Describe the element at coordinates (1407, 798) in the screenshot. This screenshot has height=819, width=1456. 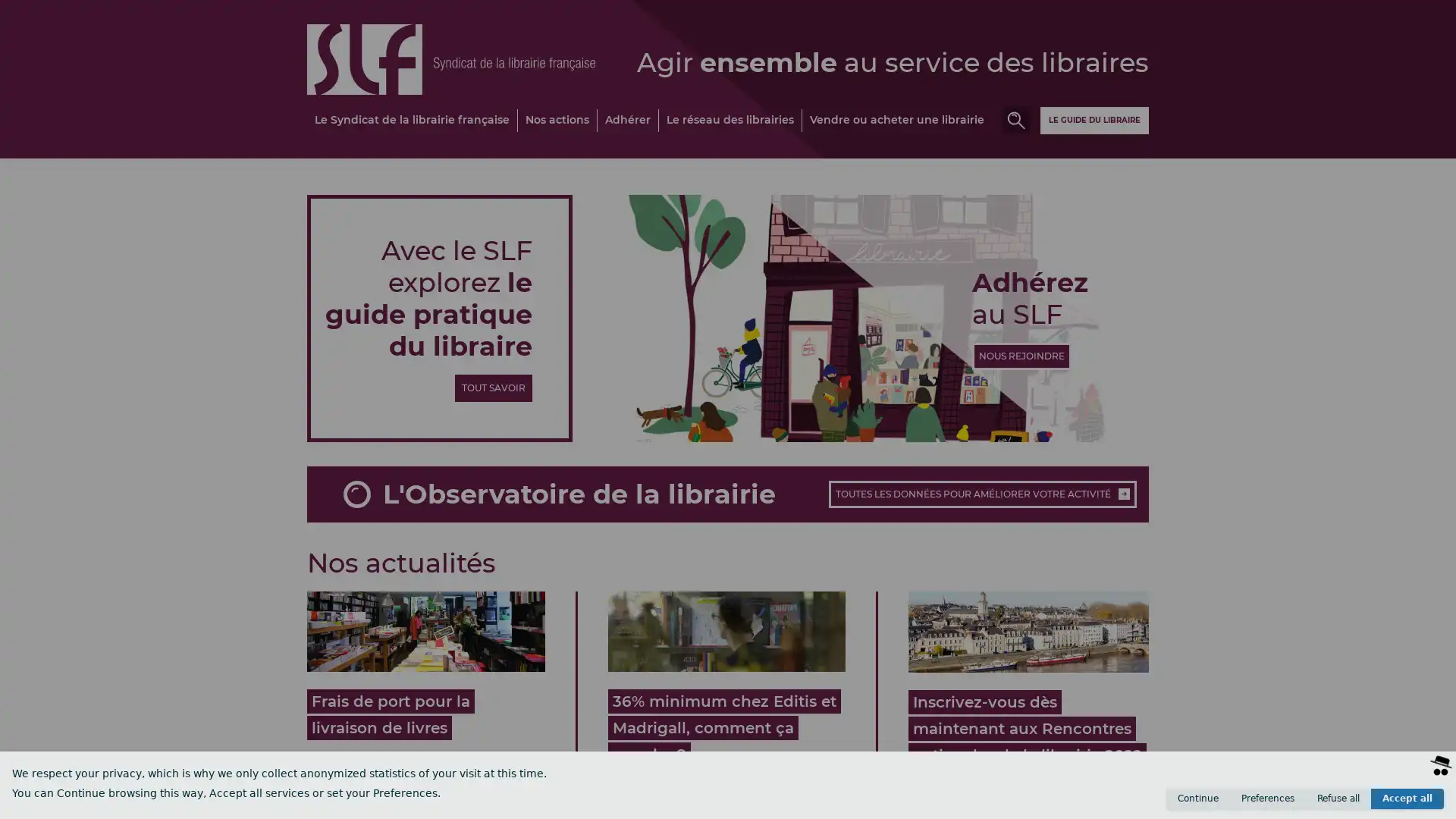
I see `Accept all` at that location.